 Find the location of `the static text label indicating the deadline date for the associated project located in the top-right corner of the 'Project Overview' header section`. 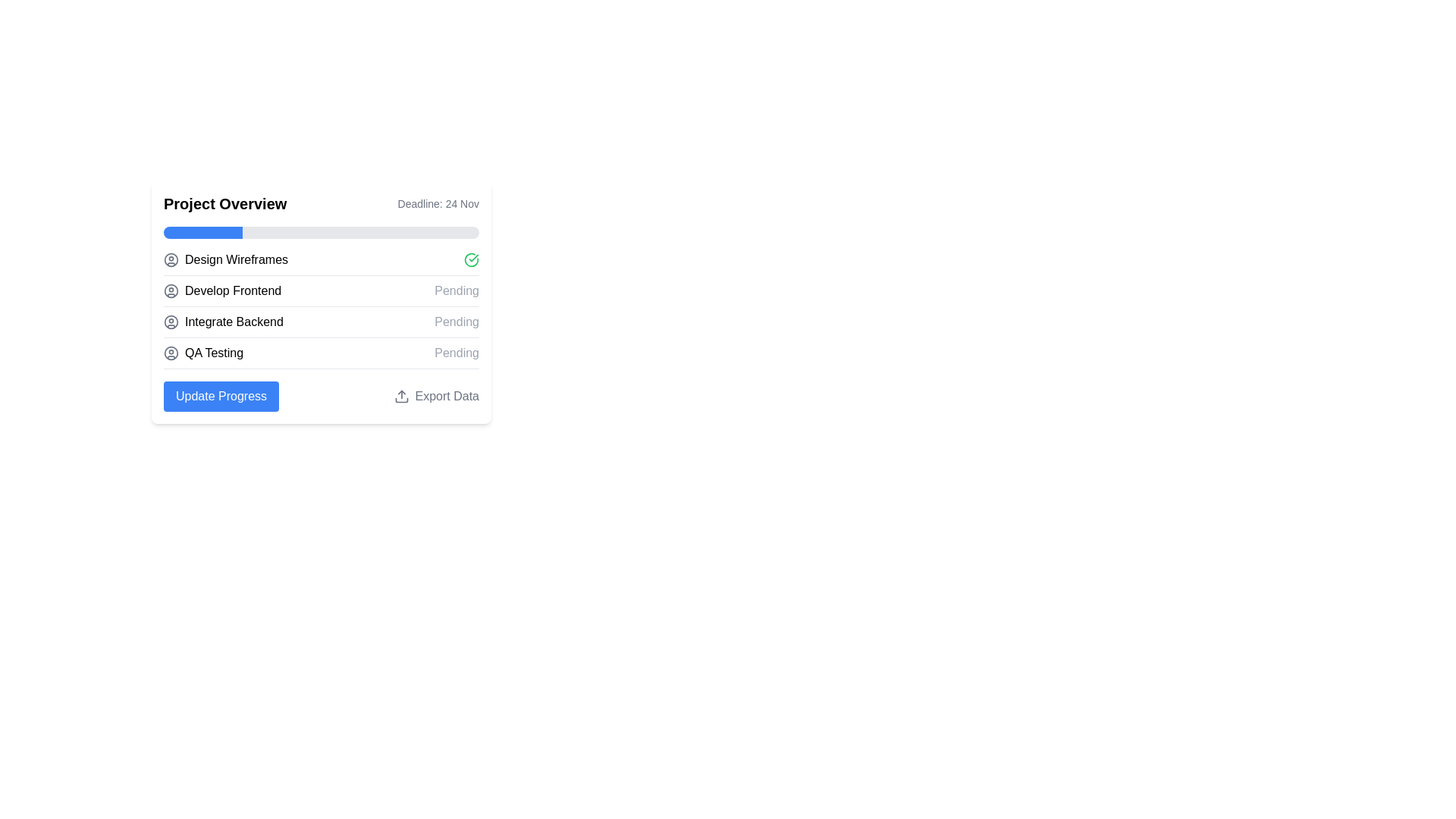

the static text label indicating the deadline date for the associated project located in the top-right corner of the 'Project Overview' header section is located at coordinates (438, 203).